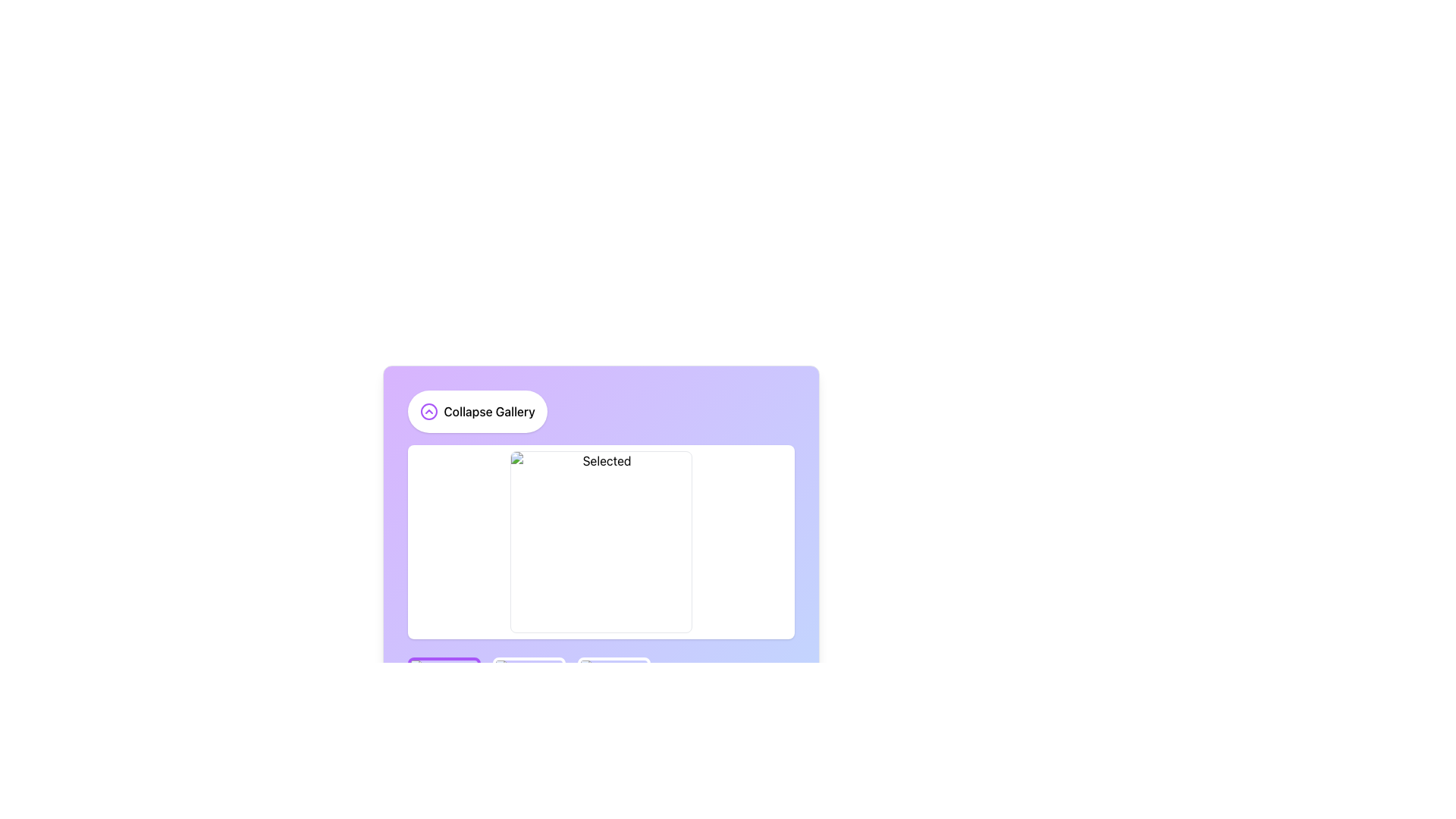 The height and width of the screenshot is (819, 1456). I want to click on the thumbnail image located in the bottom-left region of the purple-styled panel, so click(443, 693).